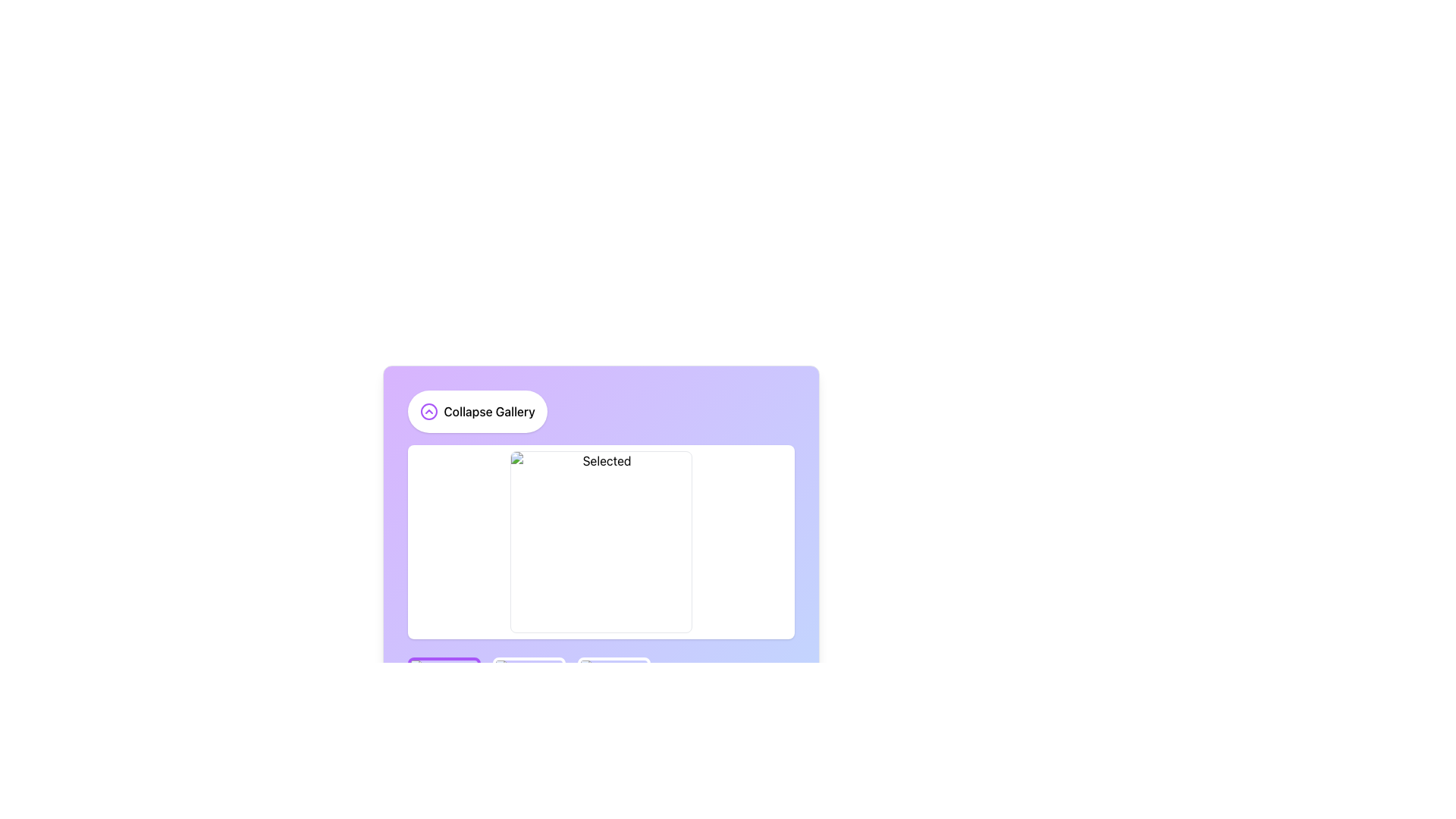 The height and width of the screenshot is (819, 1456). I want to click on the thumbnail image located in the bottom-left region of the purple-styled panel, so click(443, 693).